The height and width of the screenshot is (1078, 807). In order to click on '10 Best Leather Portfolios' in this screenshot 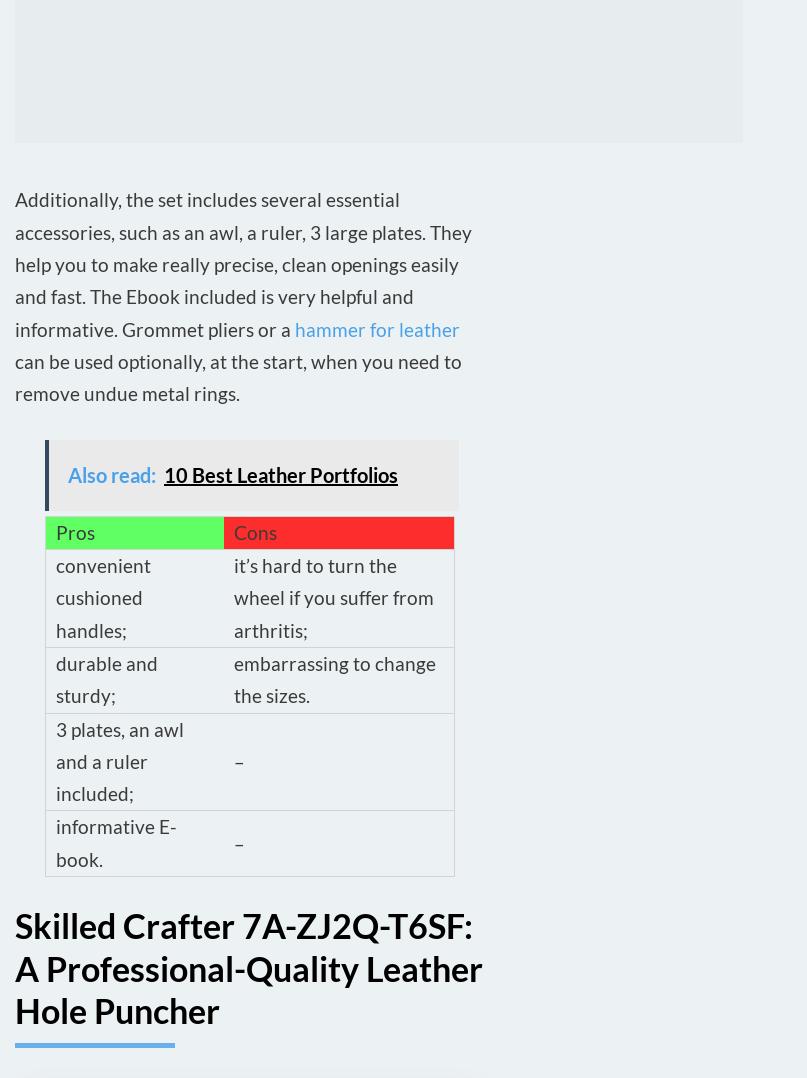, I will do `click(279, 472)`.